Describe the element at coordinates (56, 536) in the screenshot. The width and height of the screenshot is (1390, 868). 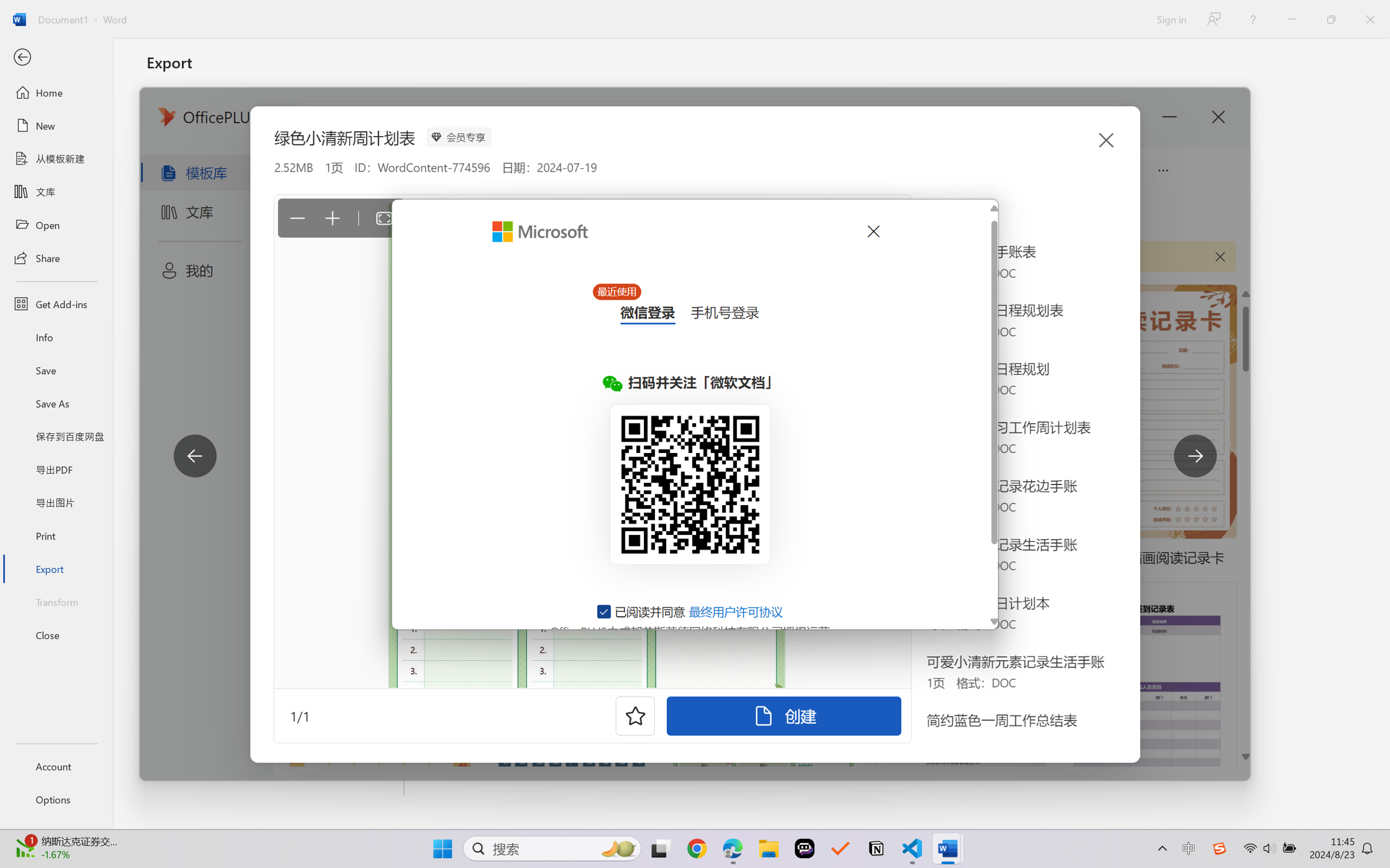
I see `'Print'` at that location.